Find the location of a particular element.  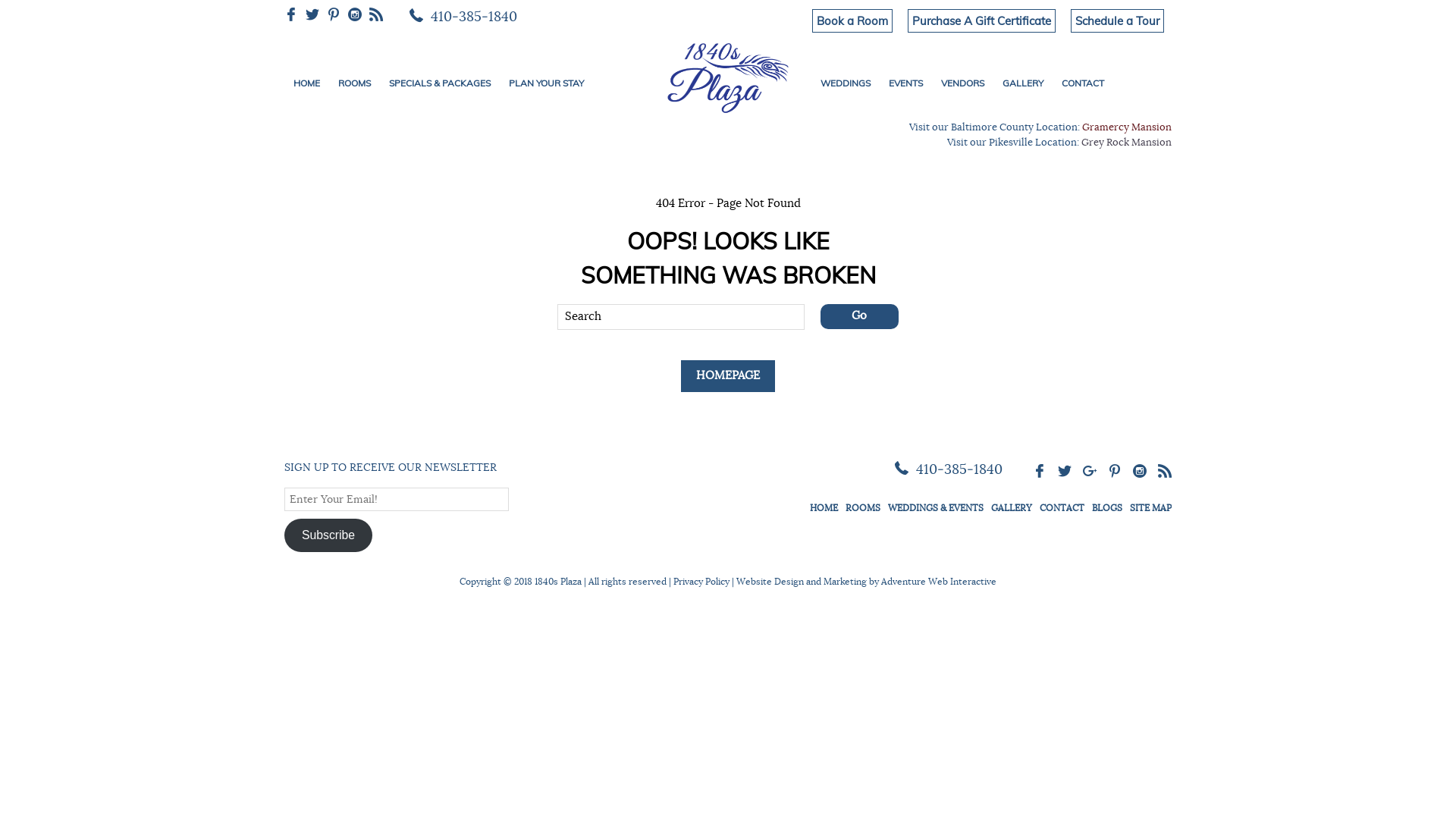

'ROOMS' is located at coordinates (862, 508).